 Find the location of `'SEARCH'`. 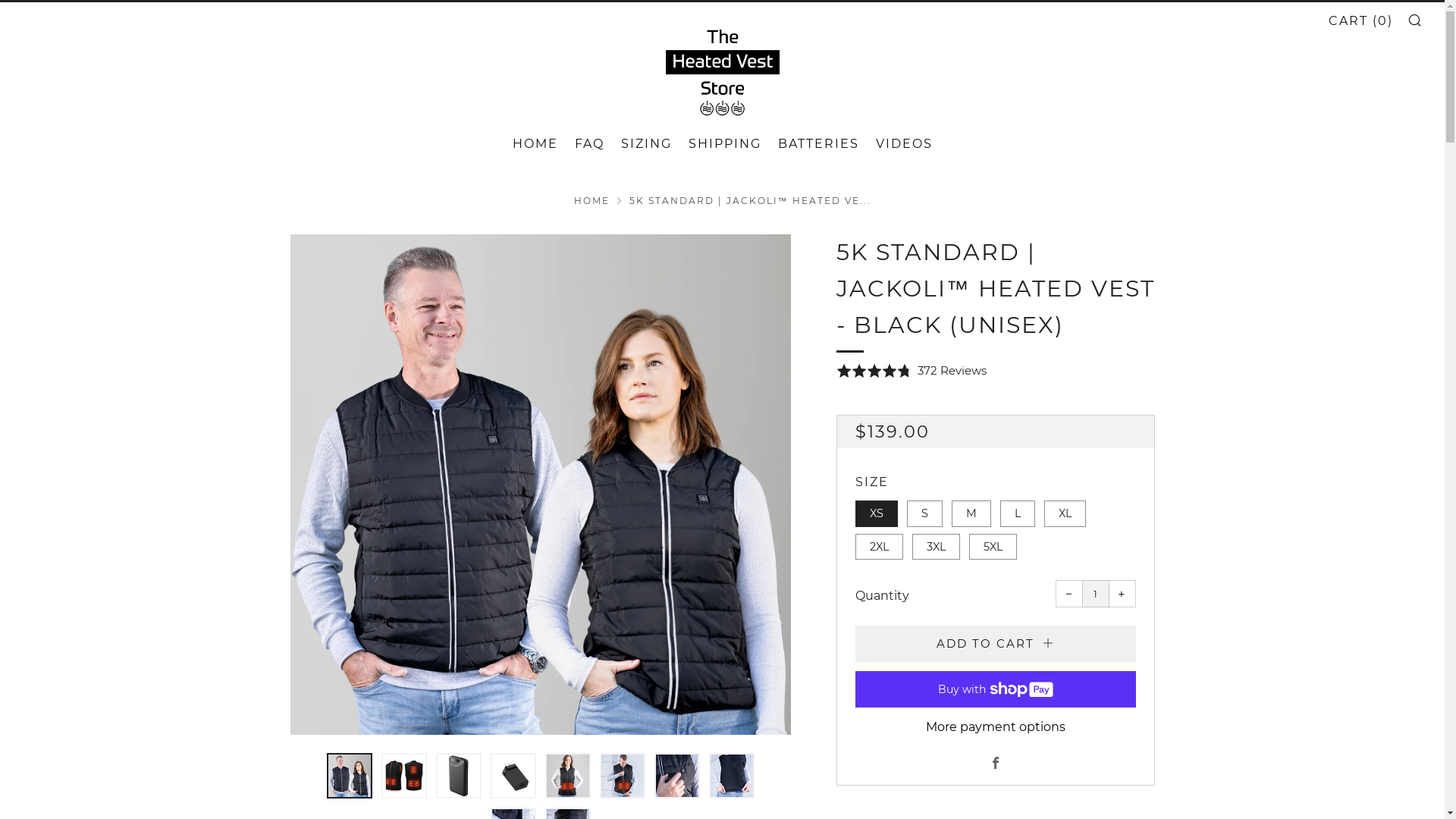

'SEARCH' is located at coordinates (1414, 20).